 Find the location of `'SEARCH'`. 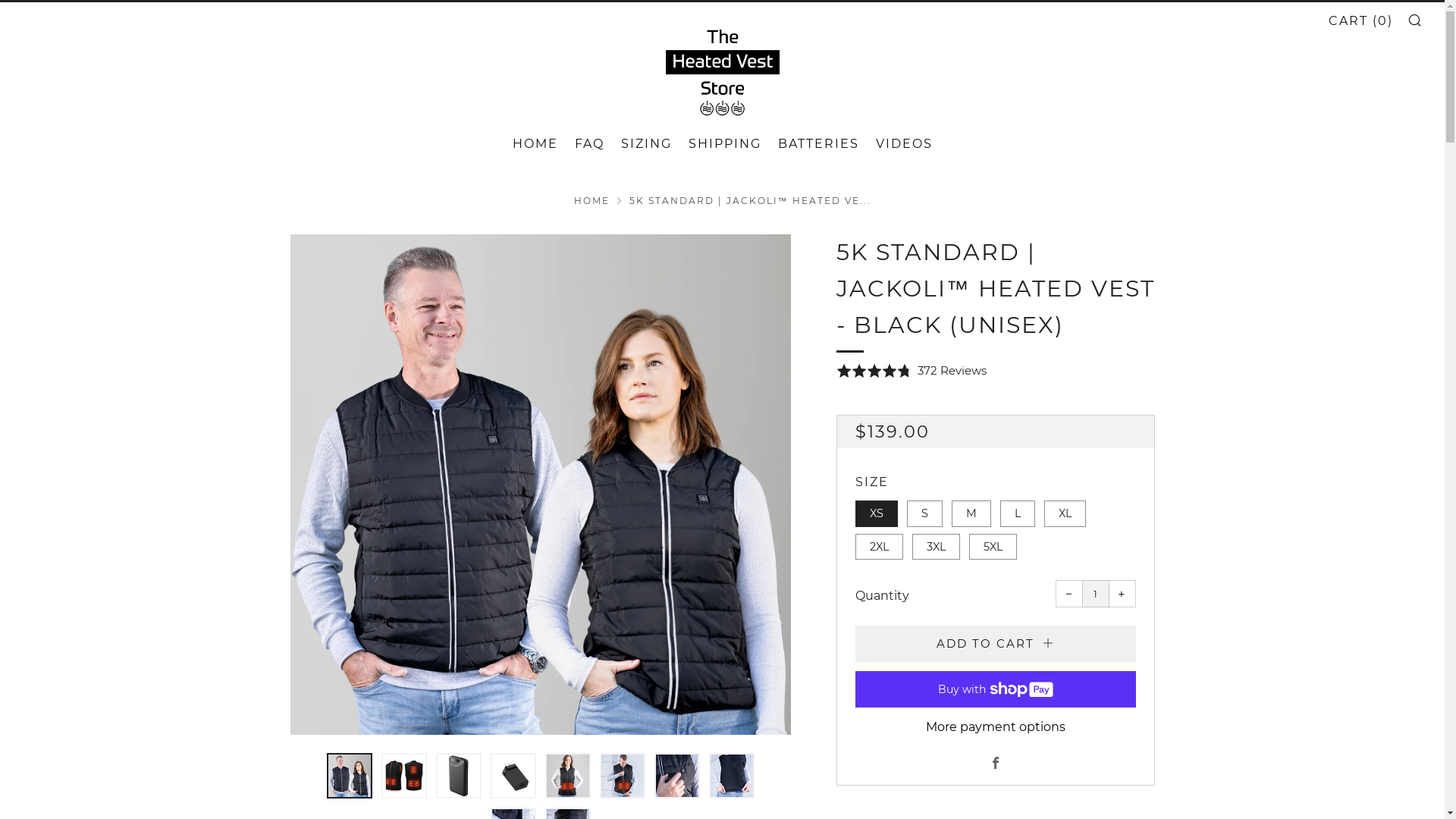

'SEARCH' is located at coordinates (1414, 20).